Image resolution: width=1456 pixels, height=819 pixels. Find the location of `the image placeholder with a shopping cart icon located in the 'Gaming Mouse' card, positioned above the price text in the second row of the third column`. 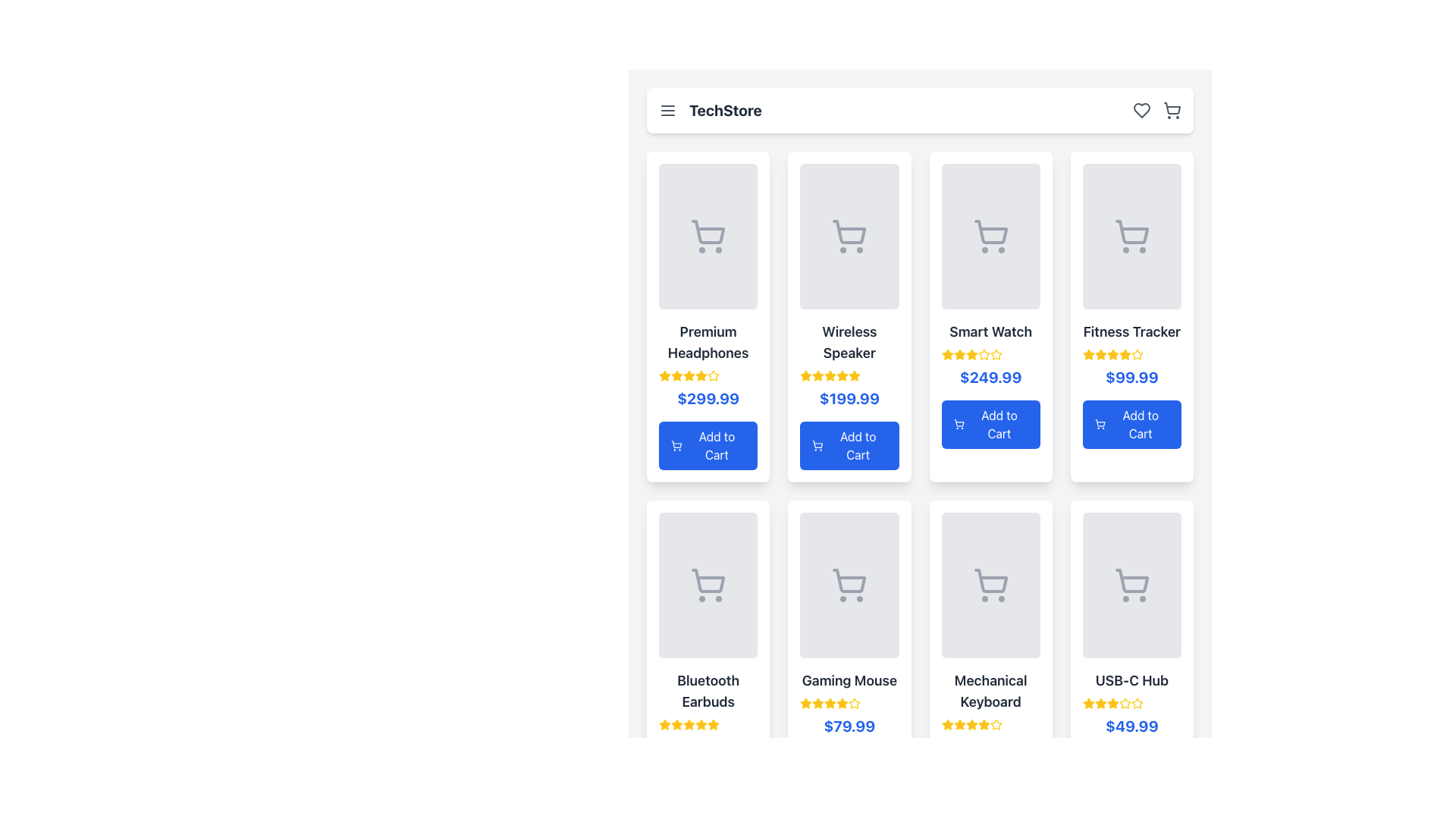

the image placeholder with a shopping cart icon located in the 'Gaming Mouse' card, positioned above the price text in the second row of the third column is located at coordinates (849, 584).